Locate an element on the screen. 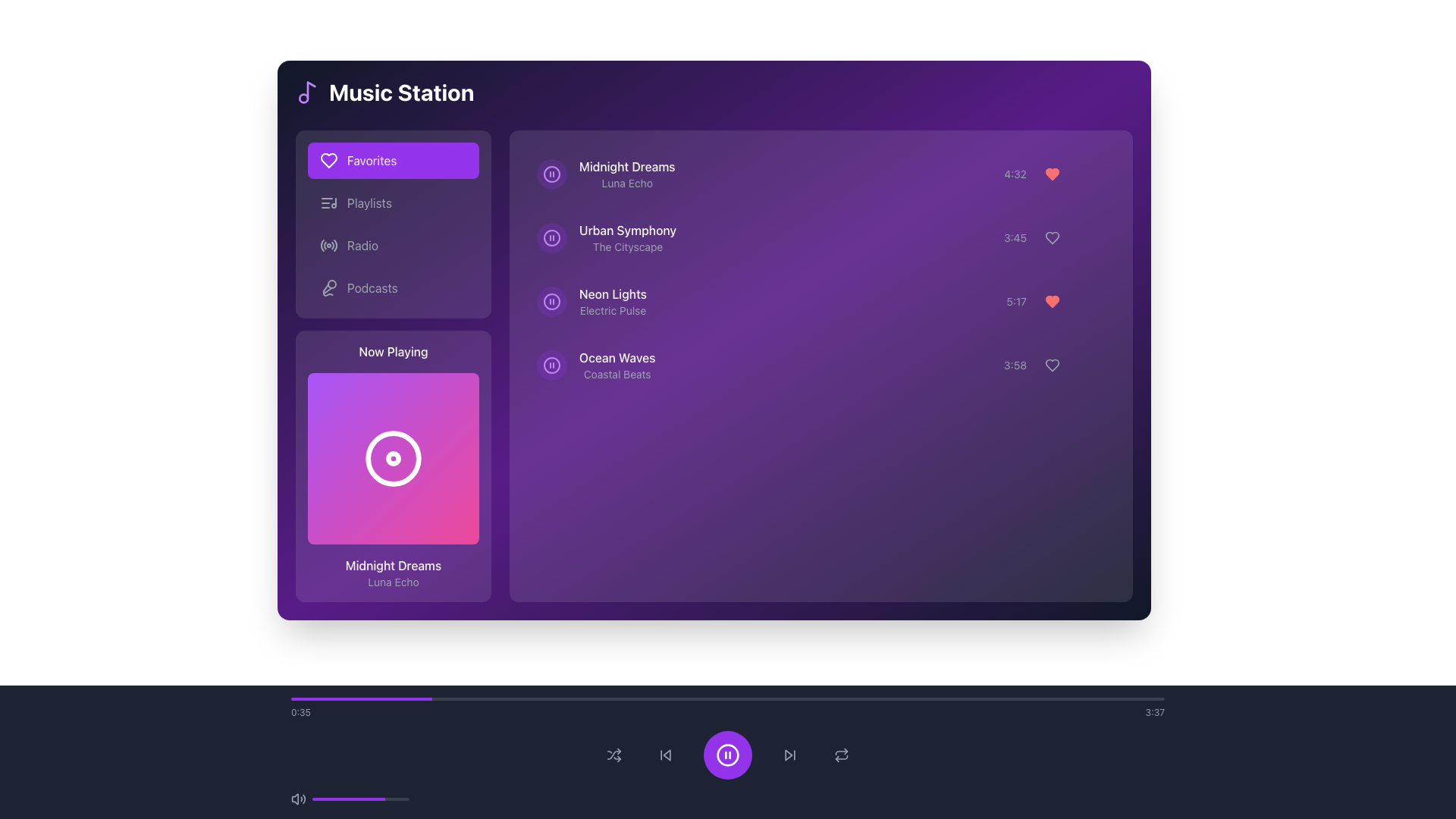  the 'skip-forward' icon button located in the control bar at the bottom of the interface is located at coordinates (789, 755).